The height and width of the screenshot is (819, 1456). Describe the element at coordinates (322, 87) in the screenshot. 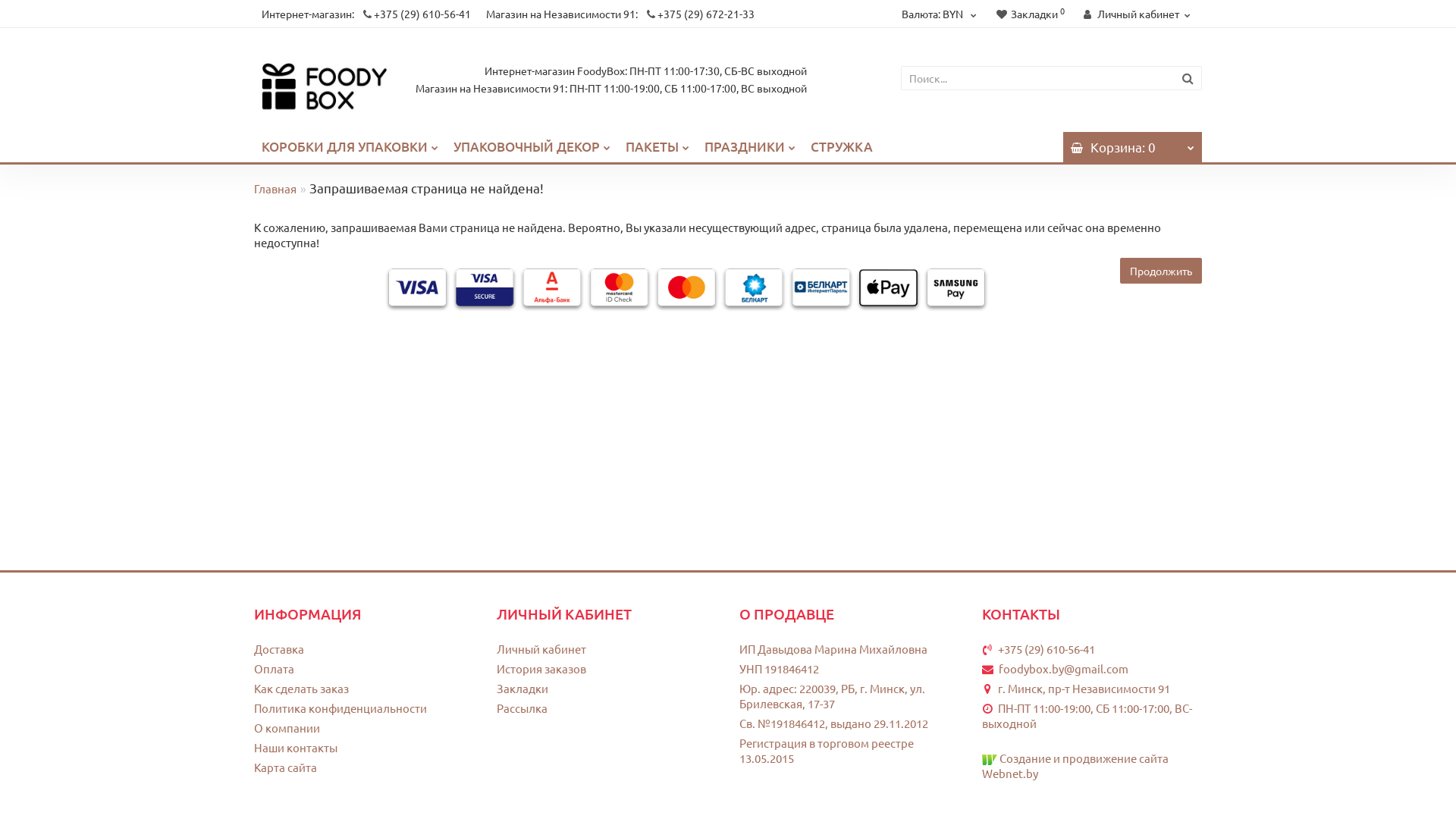

I see `'FoodyBox'` at that location.